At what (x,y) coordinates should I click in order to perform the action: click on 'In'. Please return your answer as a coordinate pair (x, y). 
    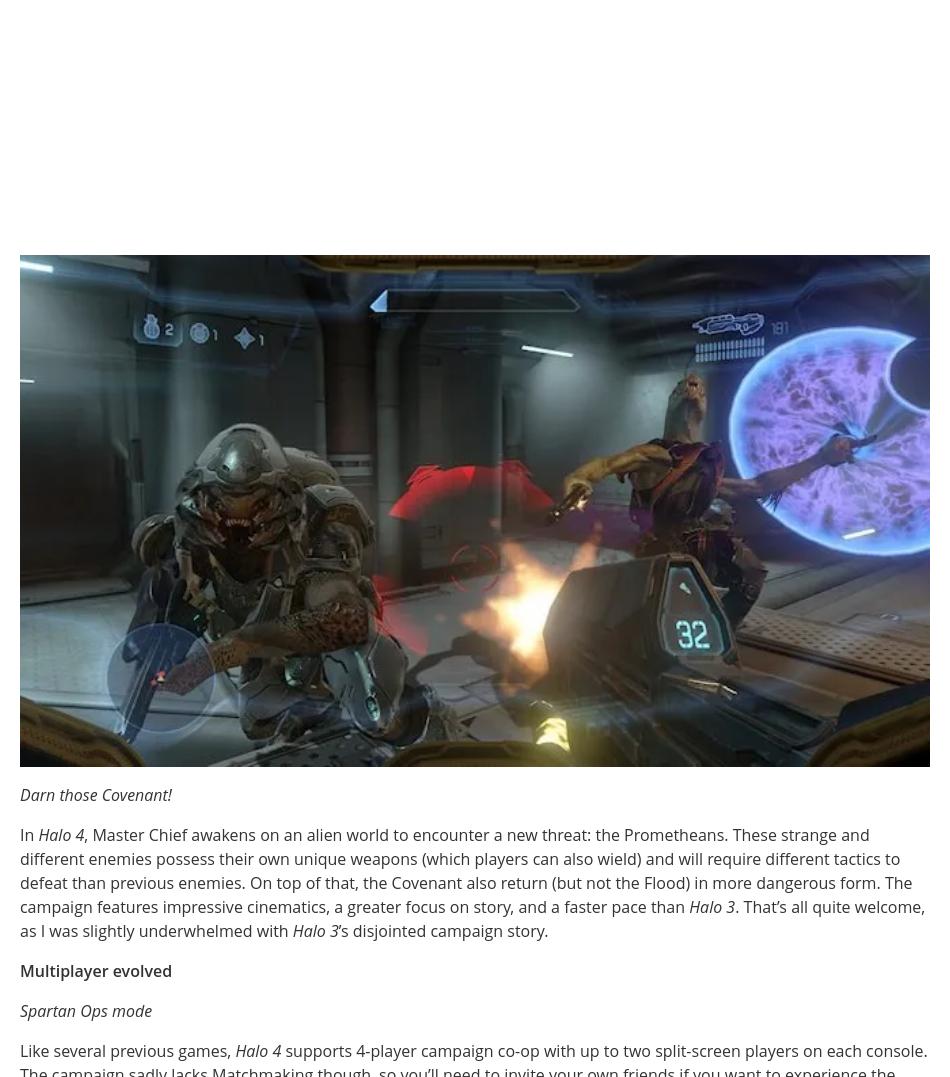
    Looking at the image, I should click on (28, 833).